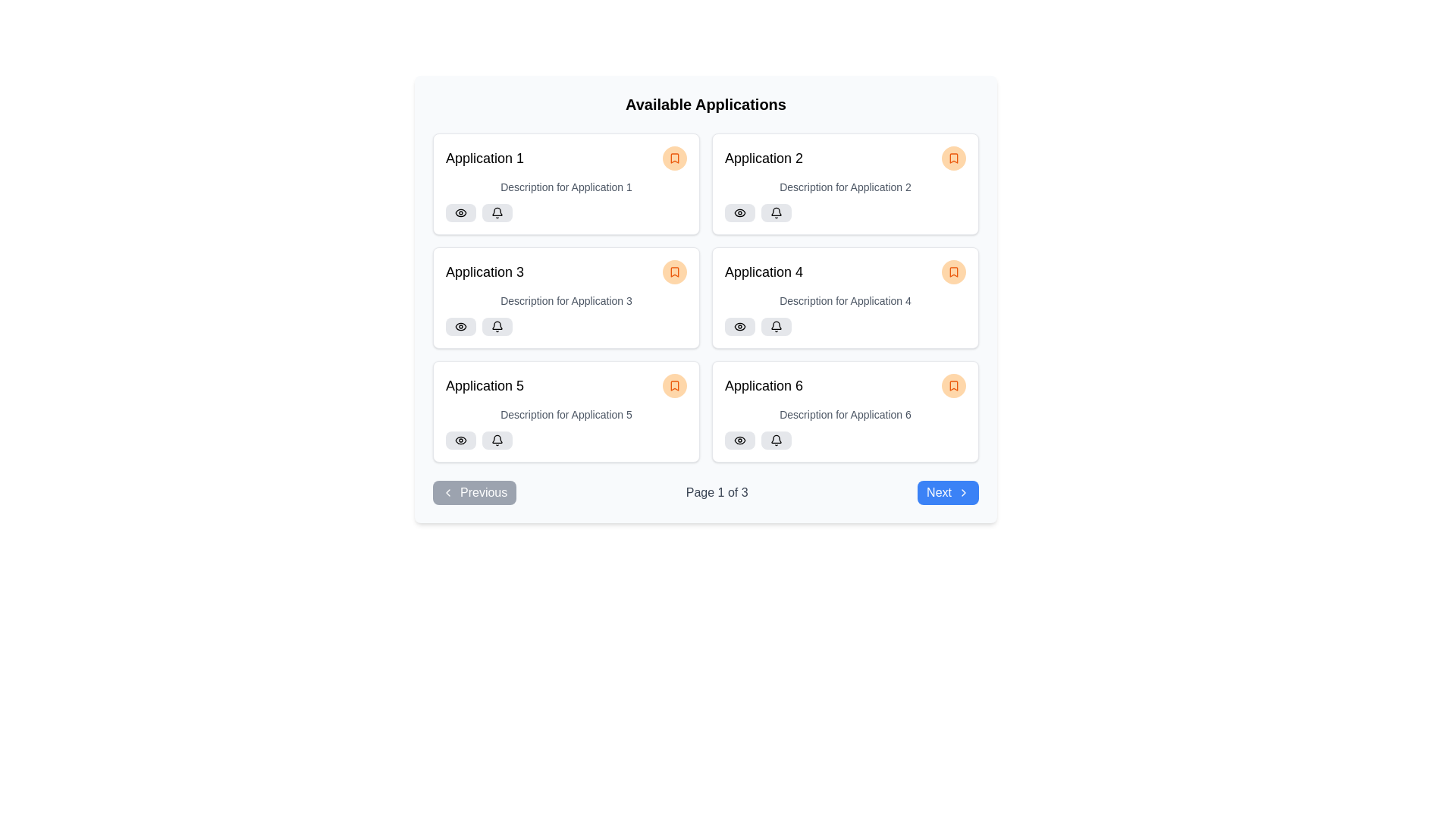 Image resolution: width=1456 pixels, height=819 pixels. What do you see at coordinates (447, 493) in the screenshot?
I see `the 'Previous' button which contains a leftwards arrow icon, located towards the lower-left of the interface` at bounding box center [447, 493].